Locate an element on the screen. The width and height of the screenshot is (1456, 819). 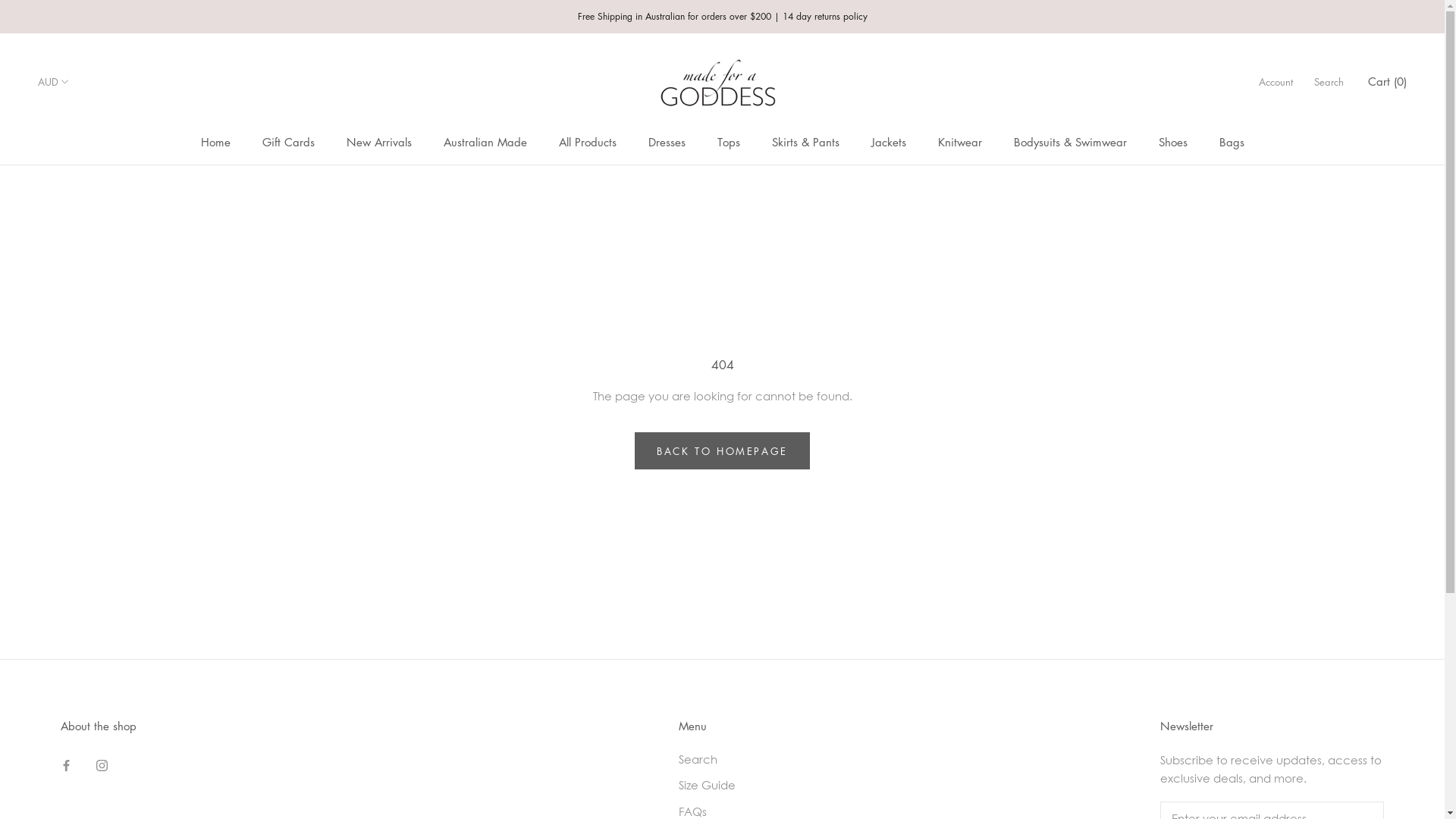
'Bodysuits & Swimwear is located at coordinates (1068, 141).